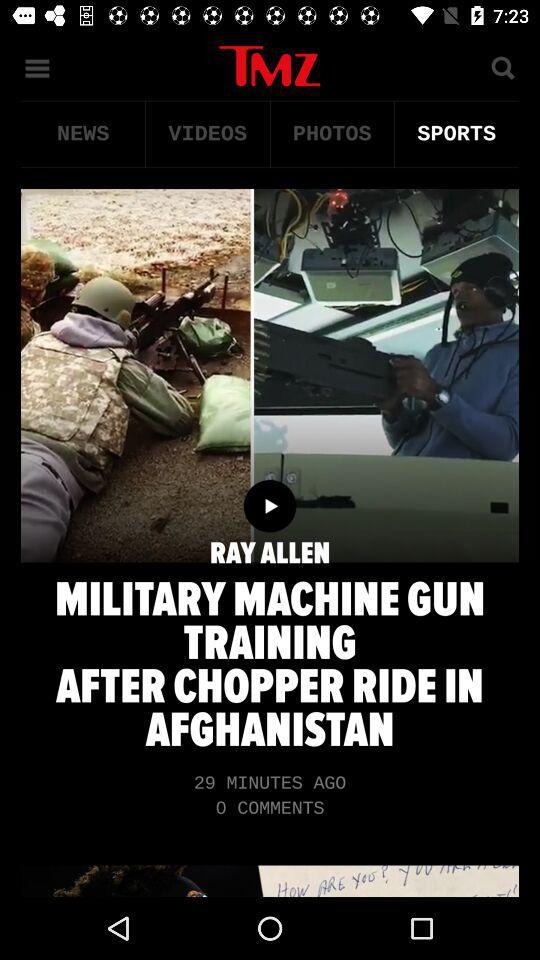 The height and width of the screenshot is (960, 540). What do you see at coordinates (206, 133) in the screenshot?
I see `videos item` at bounding box center [206, 133].